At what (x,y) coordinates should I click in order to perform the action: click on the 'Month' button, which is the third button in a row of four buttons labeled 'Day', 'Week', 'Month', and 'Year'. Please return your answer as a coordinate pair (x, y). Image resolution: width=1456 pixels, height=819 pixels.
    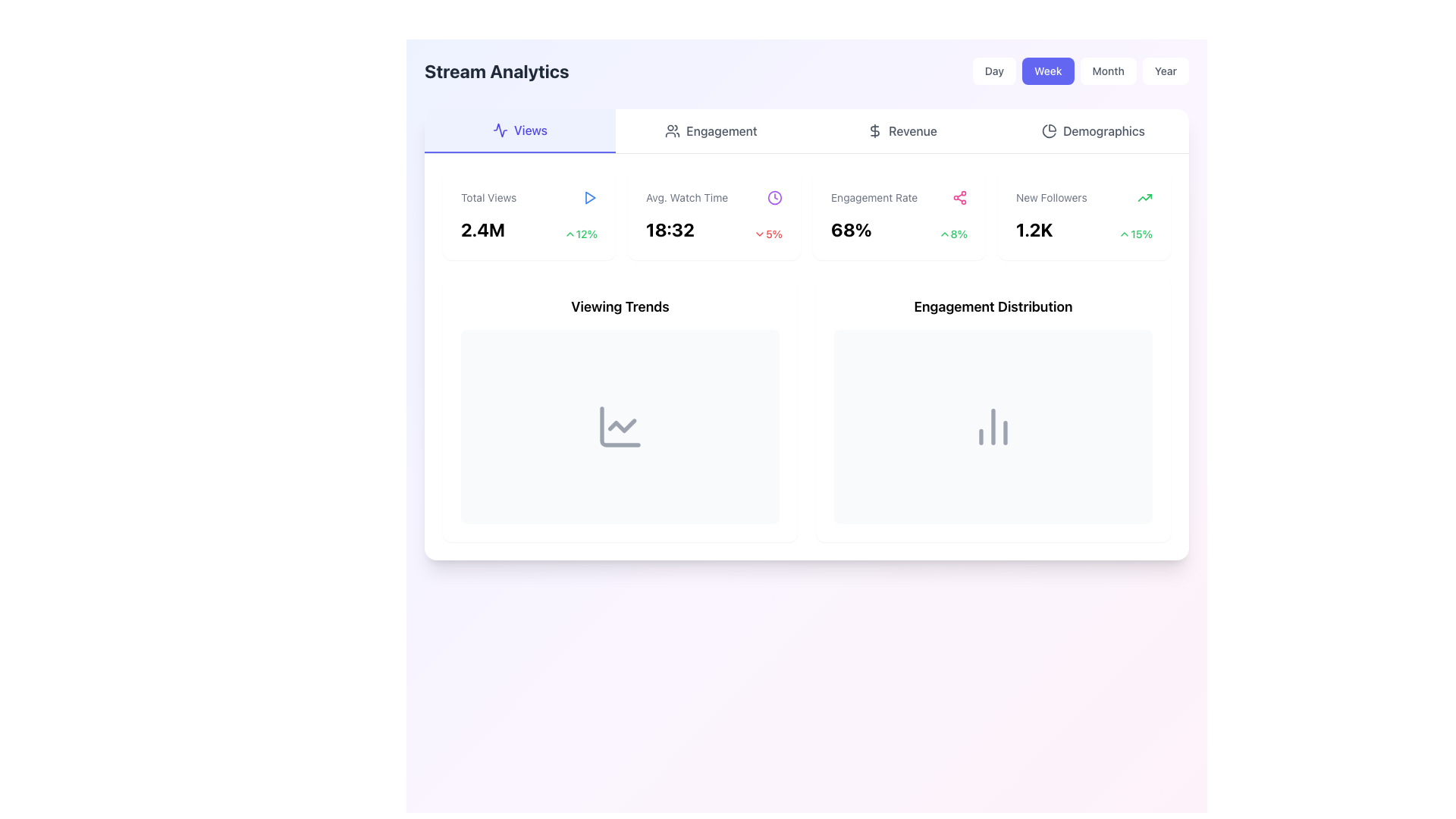
    Looking at the image, I should click on (1108, 71).